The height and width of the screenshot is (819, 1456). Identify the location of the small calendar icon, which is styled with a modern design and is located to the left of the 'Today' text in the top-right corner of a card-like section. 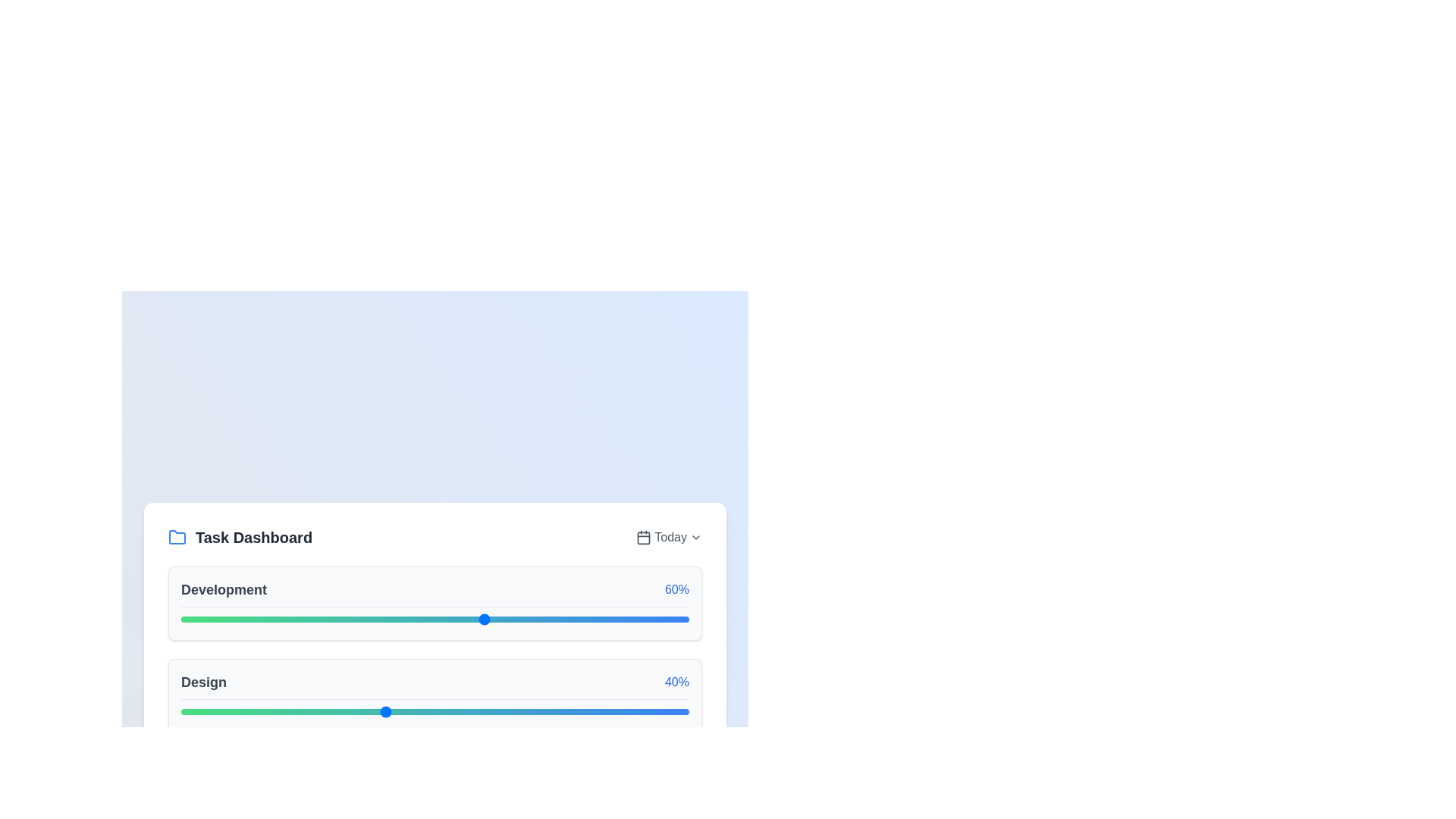
(644, 537).